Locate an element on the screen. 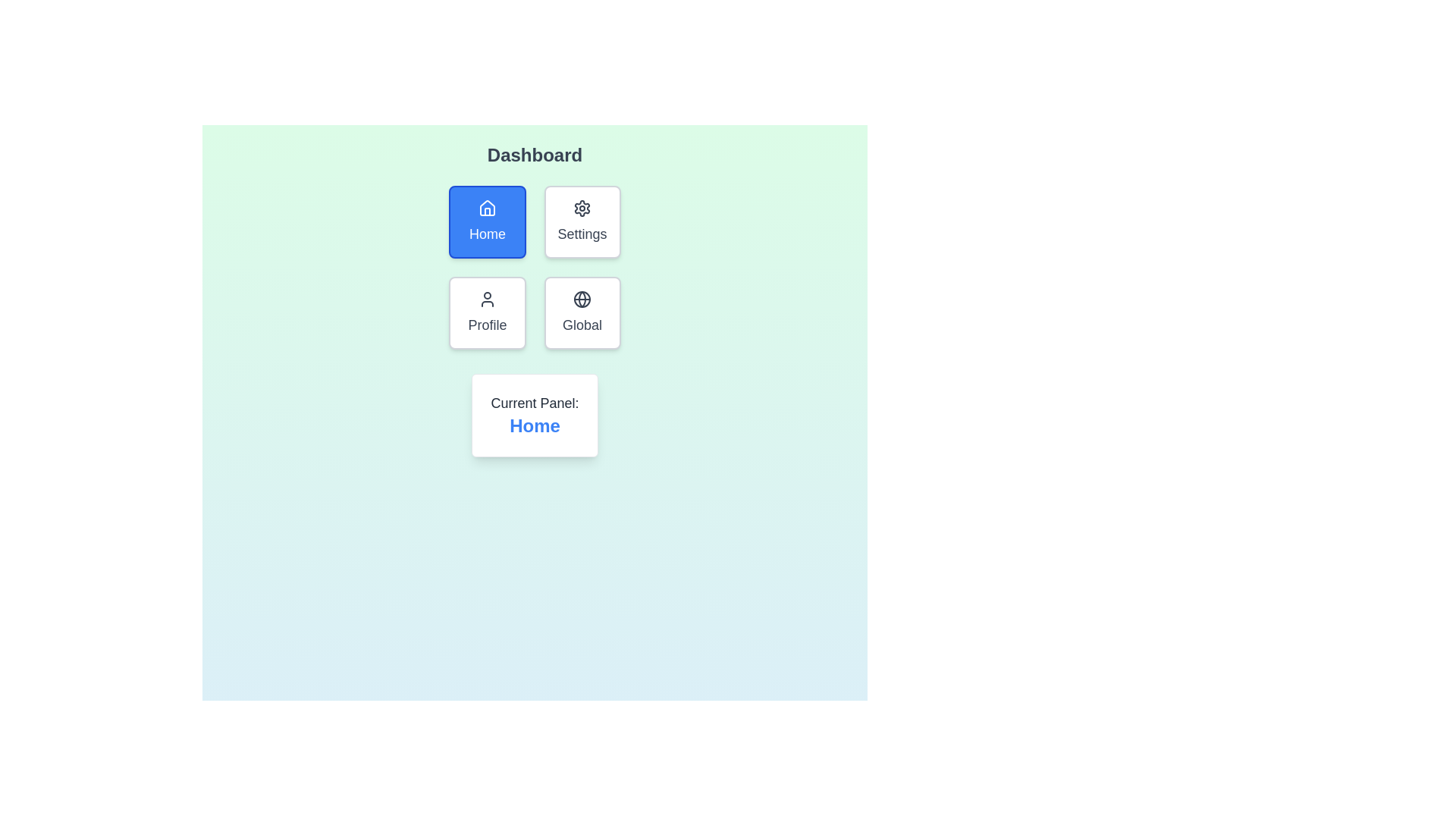  the button for the Global panel is located at coordinates (582, 312).